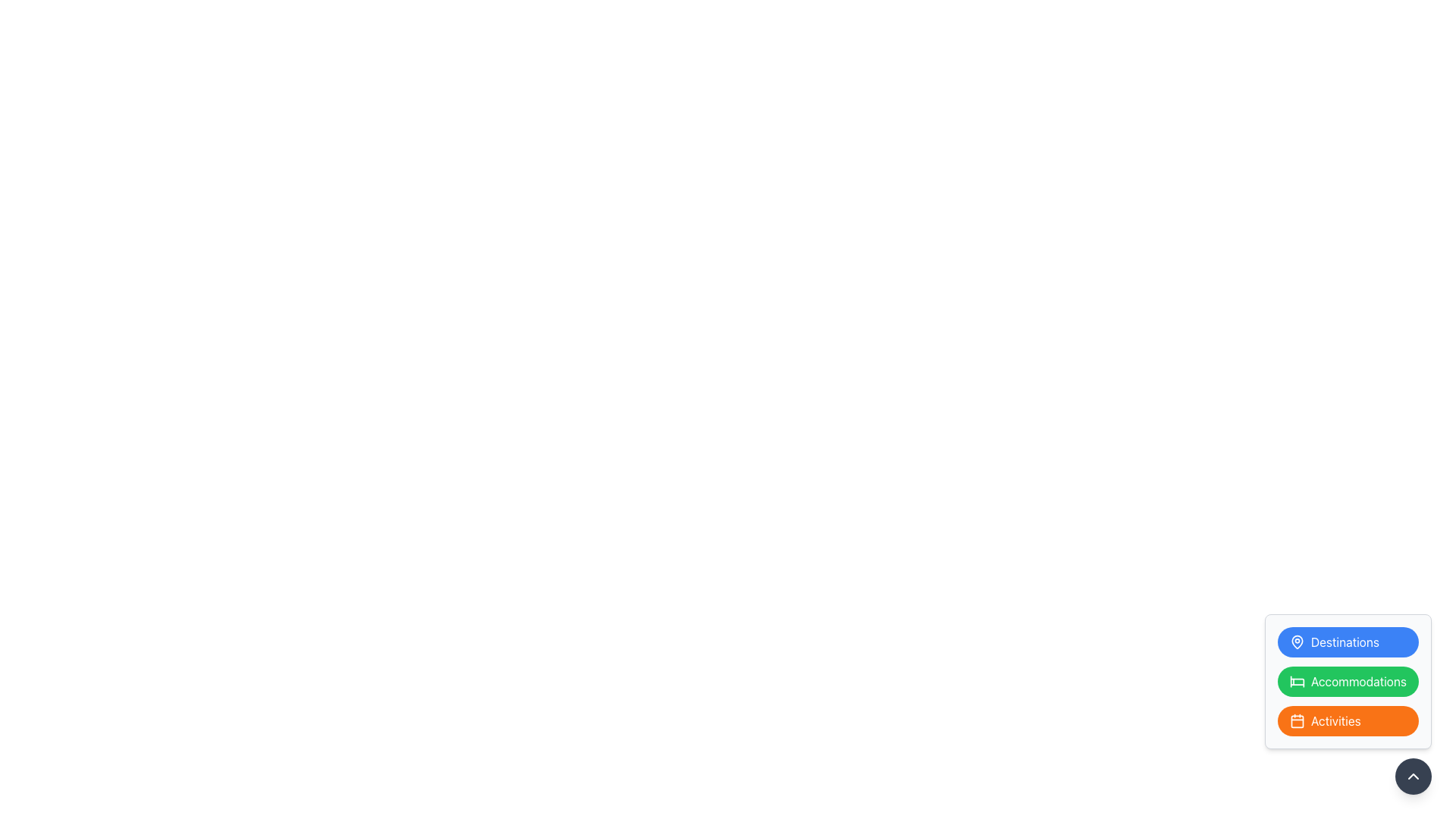  What do you see at coordinates (1296, 680) in the screenshot?
I see `the bed icon located to the left of the 'Accommodations' text label within the green button` at bounding box center [1296, 680].